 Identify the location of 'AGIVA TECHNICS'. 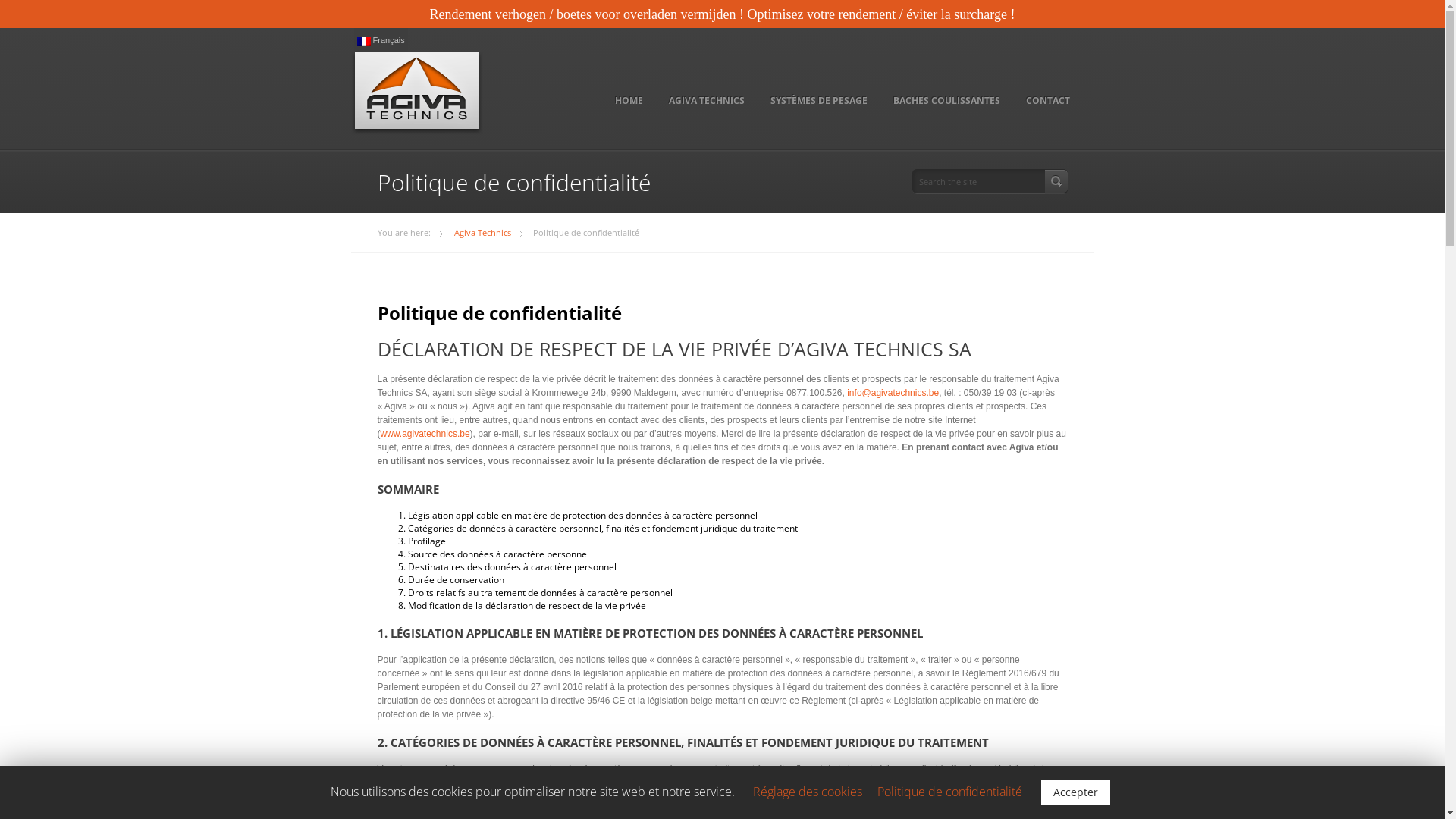
(655, 100).